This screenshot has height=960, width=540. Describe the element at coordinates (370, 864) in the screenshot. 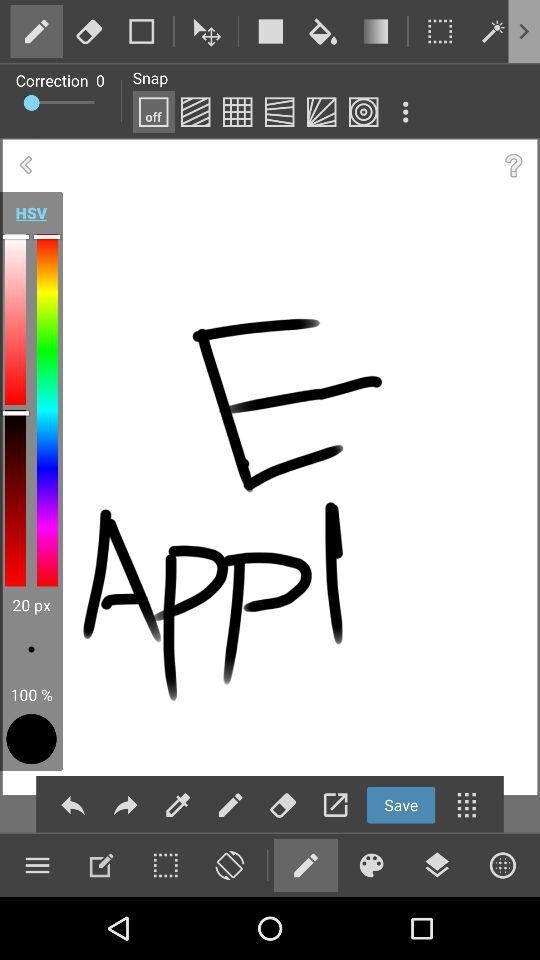

I see `color palate` at that location.